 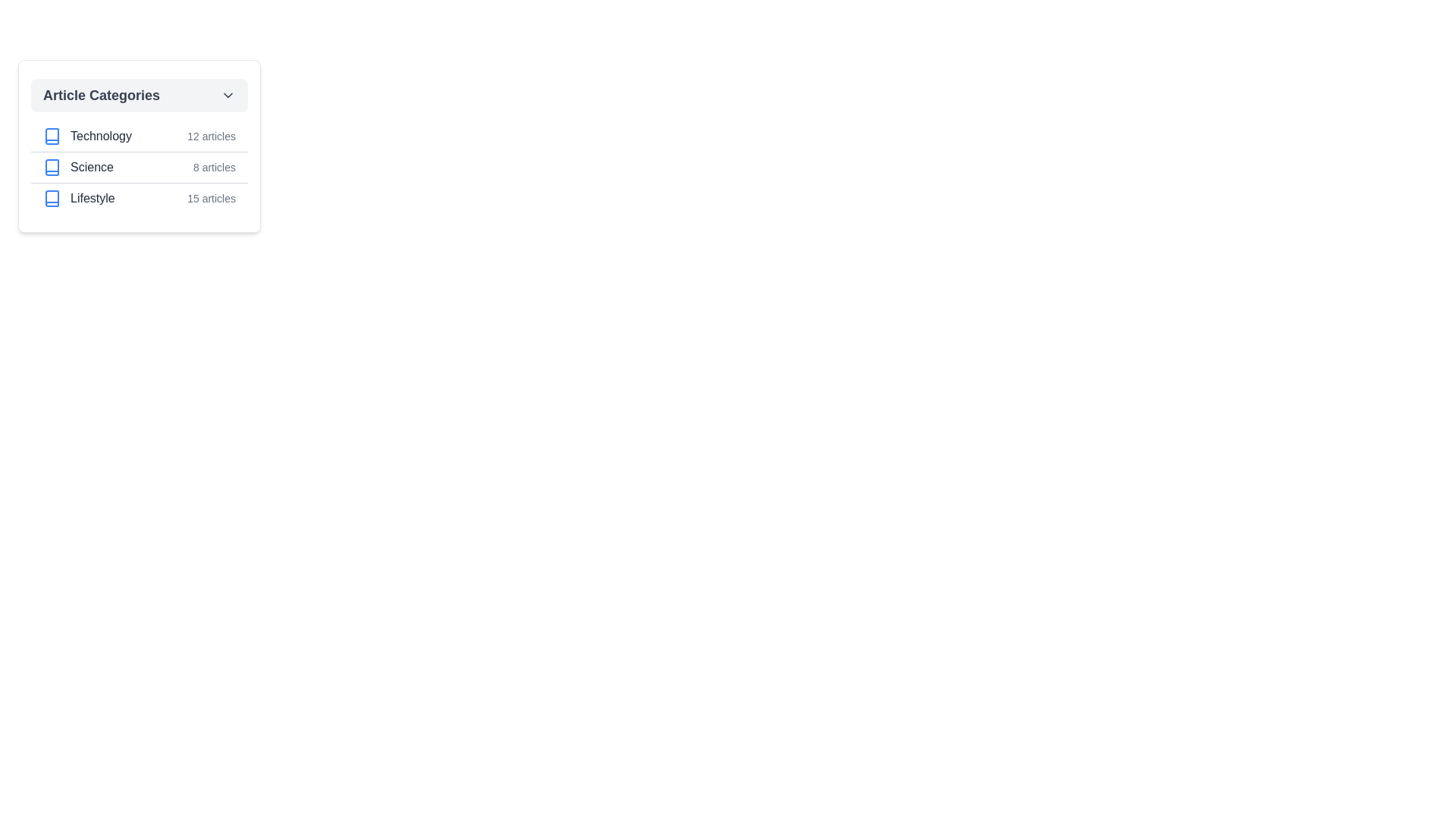 I want to click on the second list item representing the 'Science' category, which is positioned between 'Technology' and 'Lifestyle' in the vertical list of categories, so click(x=139, y=166).